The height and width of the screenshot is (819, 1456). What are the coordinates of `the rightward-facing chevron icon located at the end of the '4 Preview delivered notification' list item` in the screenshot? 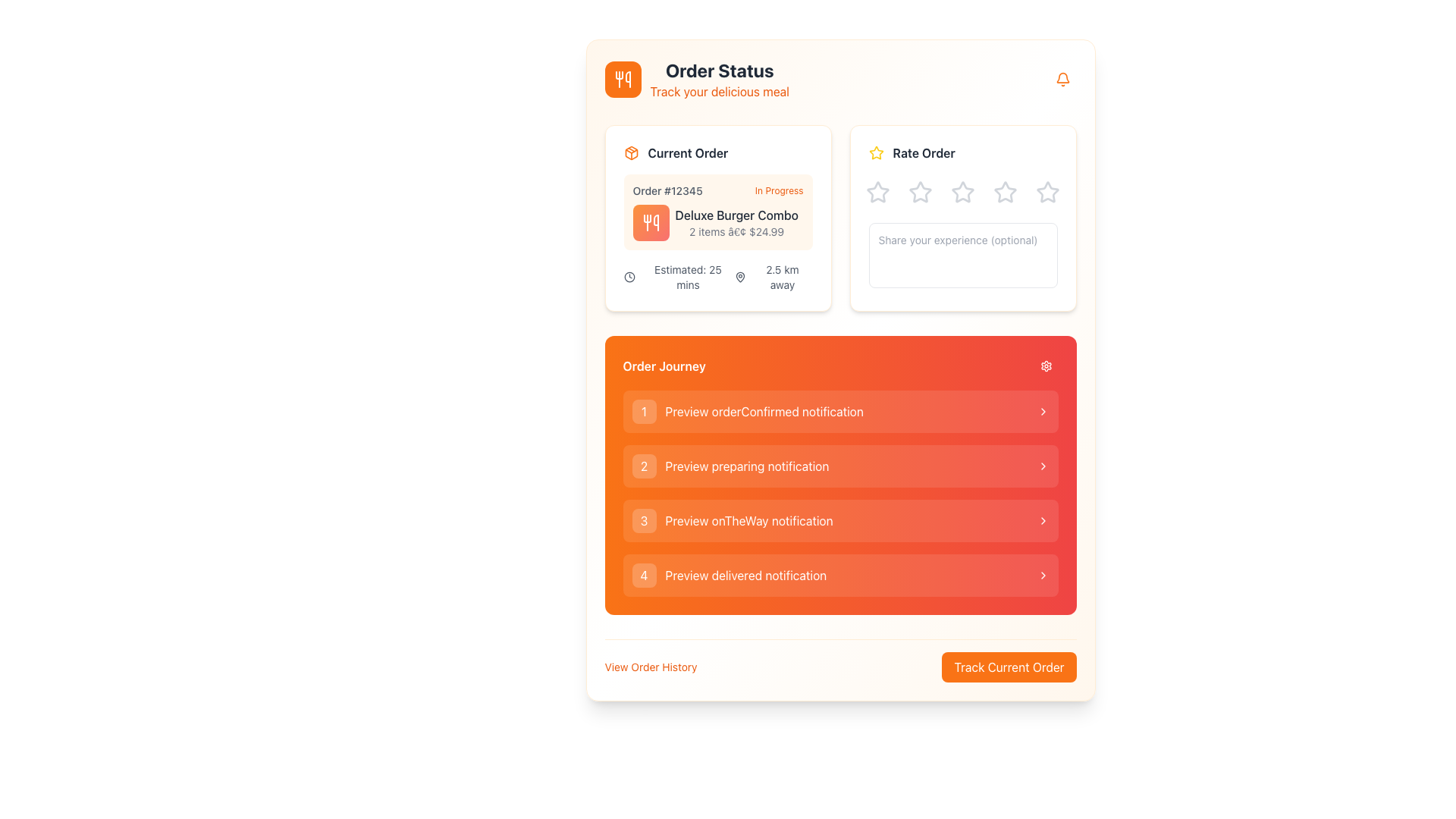 It's located at (1042, 576).